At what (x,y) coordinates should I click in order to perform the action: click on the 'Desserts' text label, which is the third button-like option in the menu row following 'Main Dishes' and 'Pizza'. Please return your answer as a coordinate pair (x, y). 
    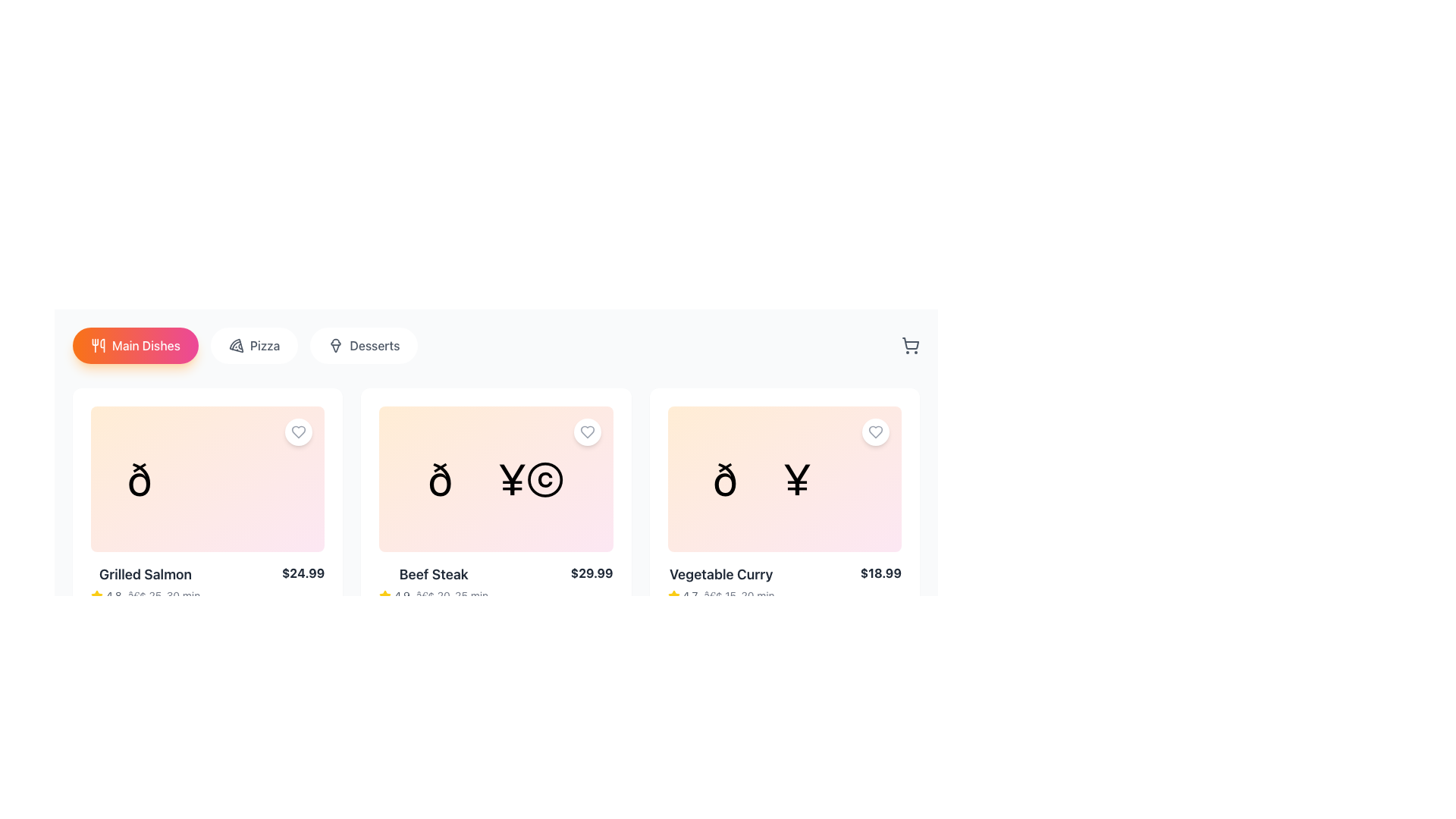
    Looking at the image, I should click on (375, 345).